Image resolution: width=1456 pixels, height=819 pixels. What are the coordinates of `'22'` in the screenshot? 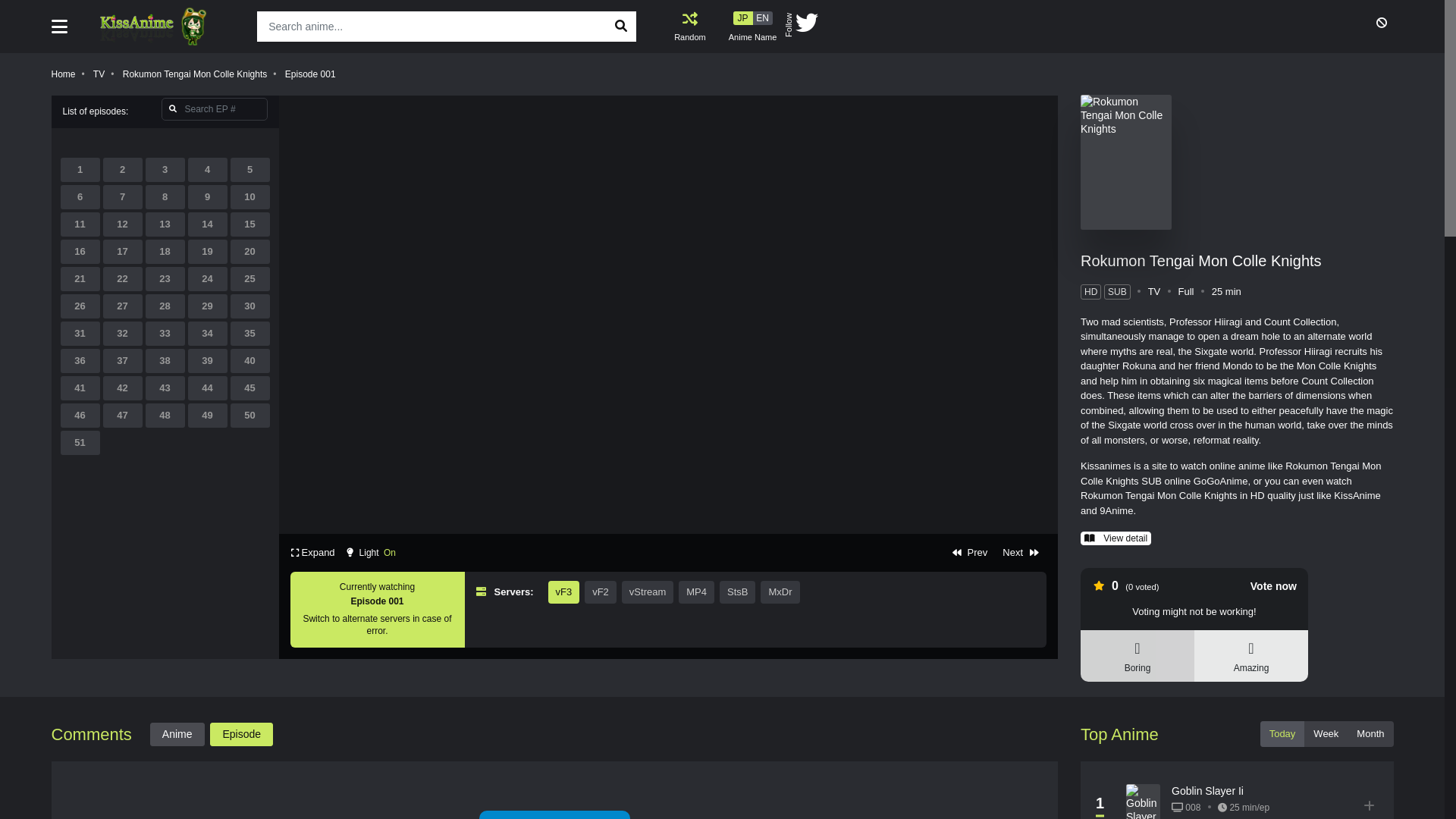 It's located at (123, 278).